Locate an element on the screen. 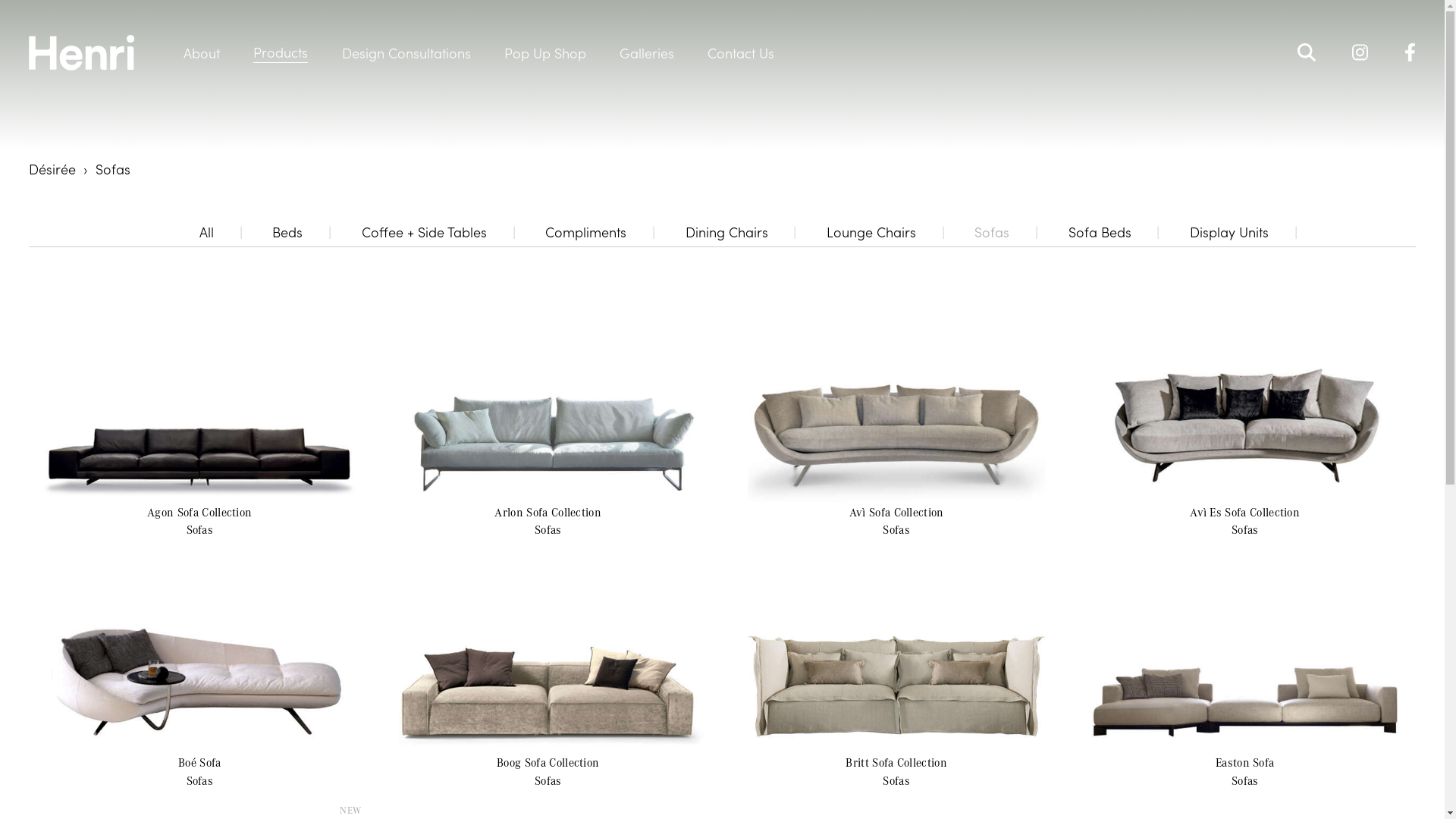  'Galleries' is located at coordinates (619, 52).